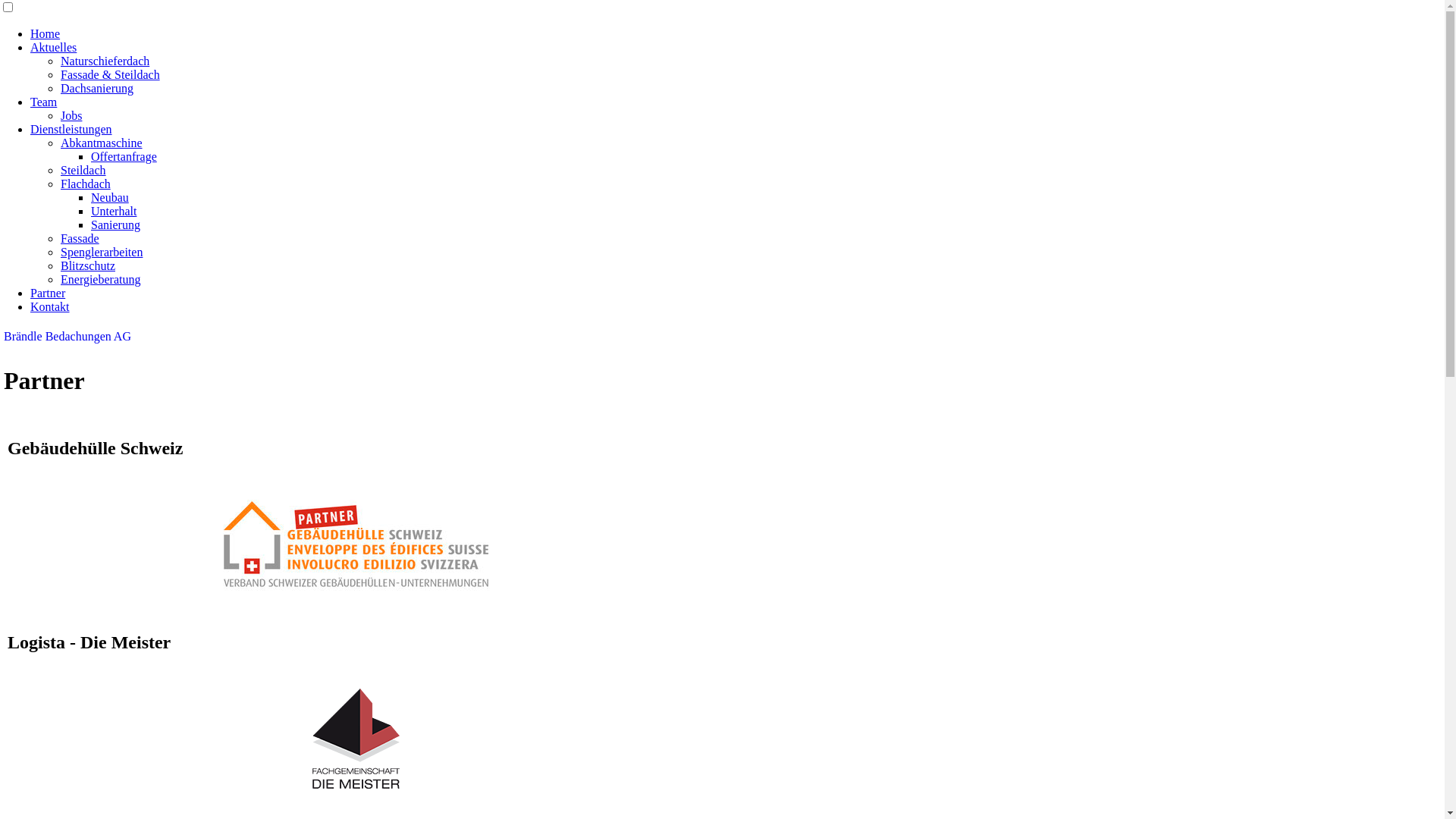 The width and height of the screenshot is (1456, 819). I want to click on 'Naturschieferdach', so click(104, 60).